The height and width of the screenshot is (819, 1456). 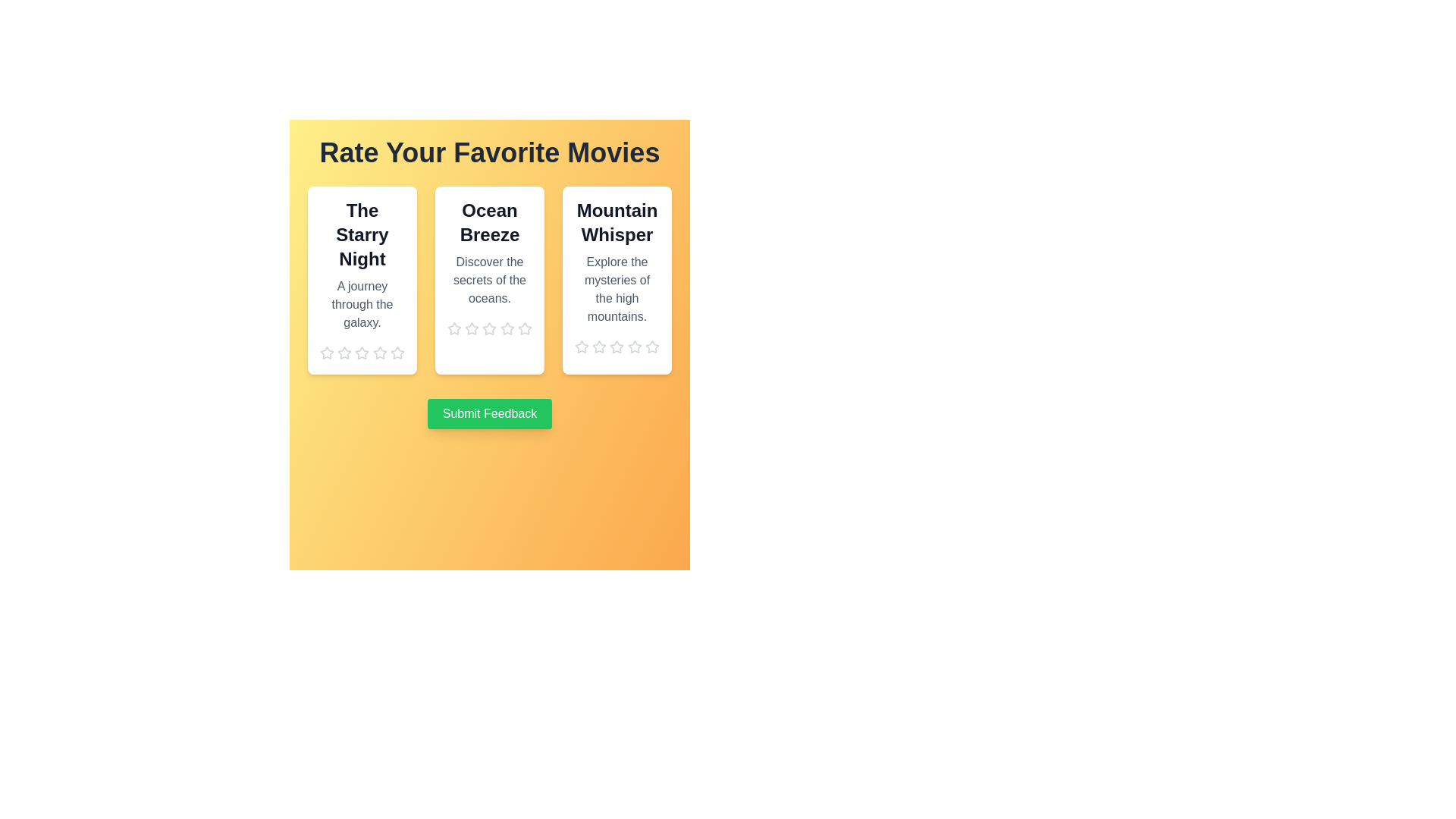 What do you see at coordinates (326, 353) in the screenshot?
I see `the star corresponding to 1 stars to preview the rating` at bounding box center [326, 353].